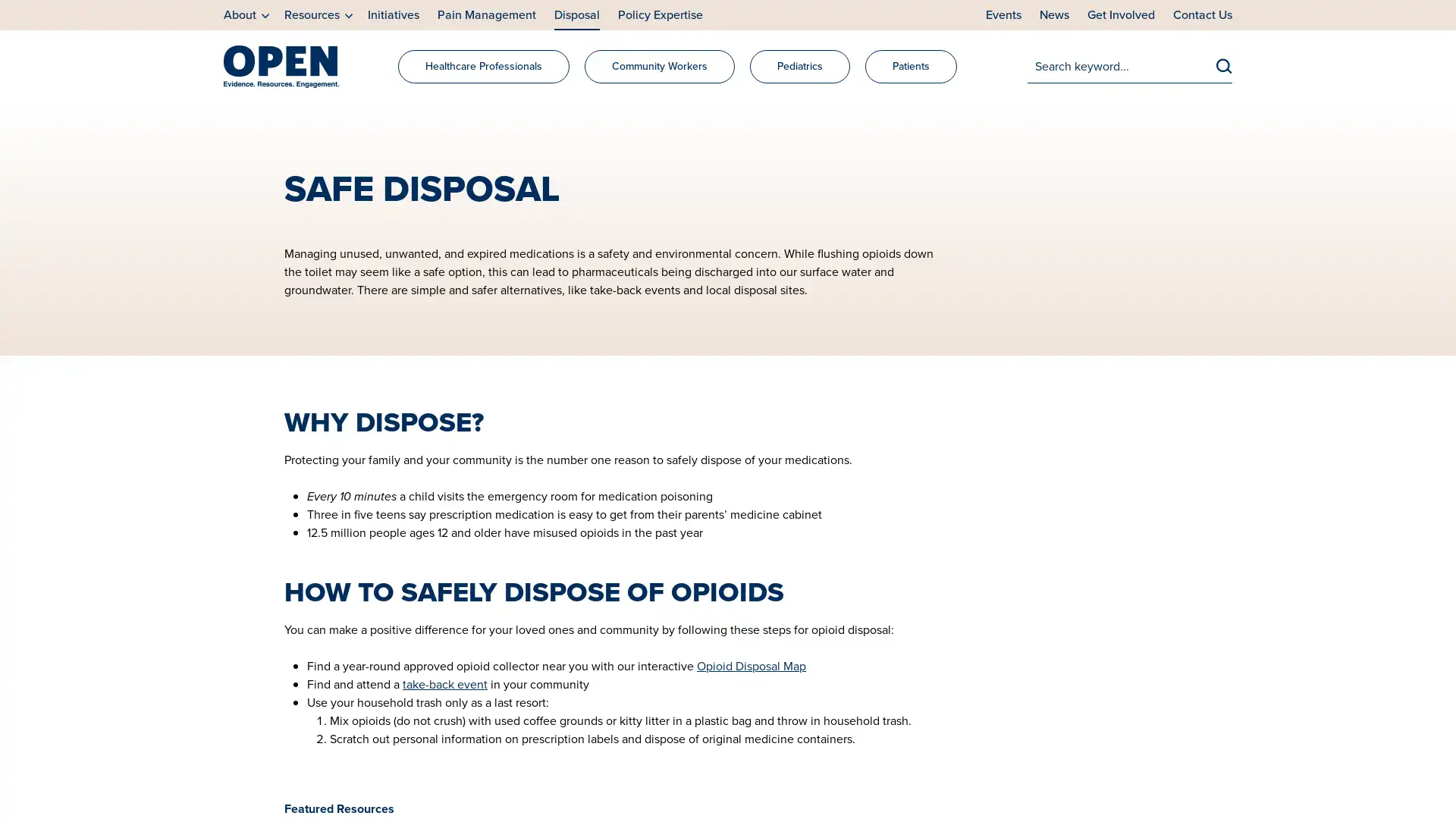 This screenshot has width=1456, height=819. What do you see at coordinates (318, 15) in the screenshot?
I see `Resources` at bounding box center [318, 15].